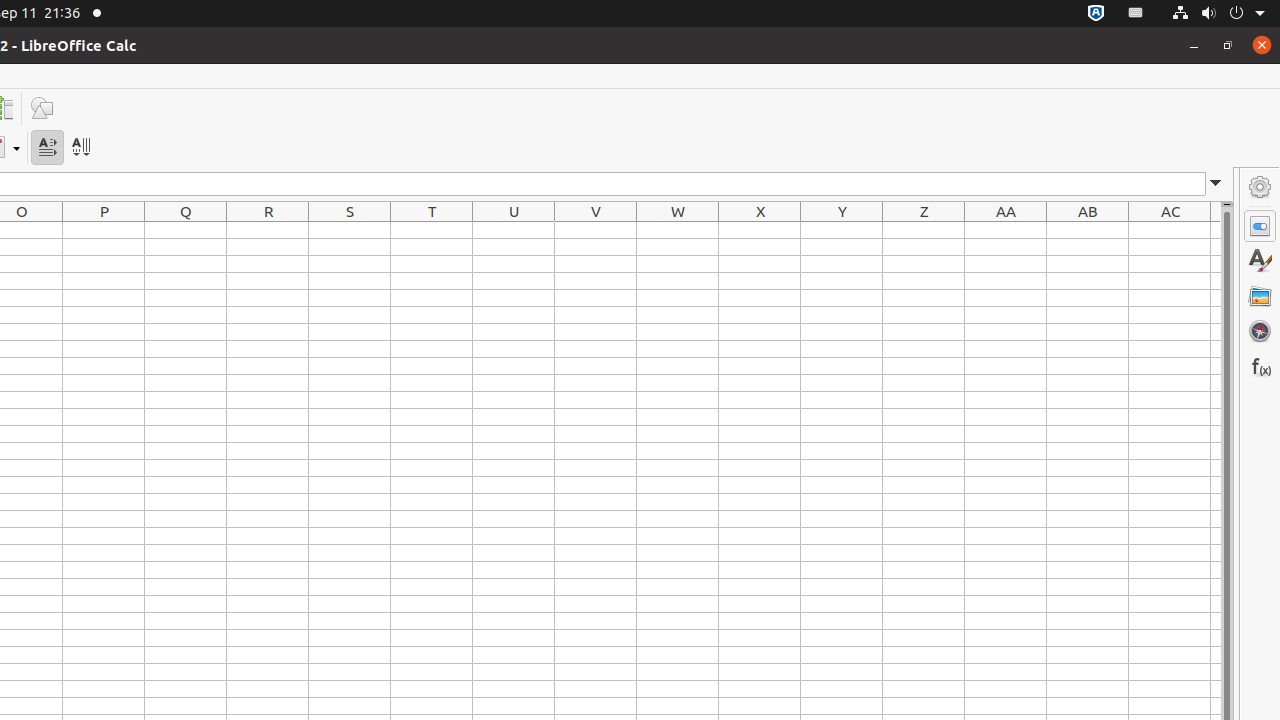 Image resolution: width=1280 pixels, height=720 pixels. What do you see at coordinates (1170, 229) in the screenshot?
I see `'AC1'` at bounding box center [1170, 229].